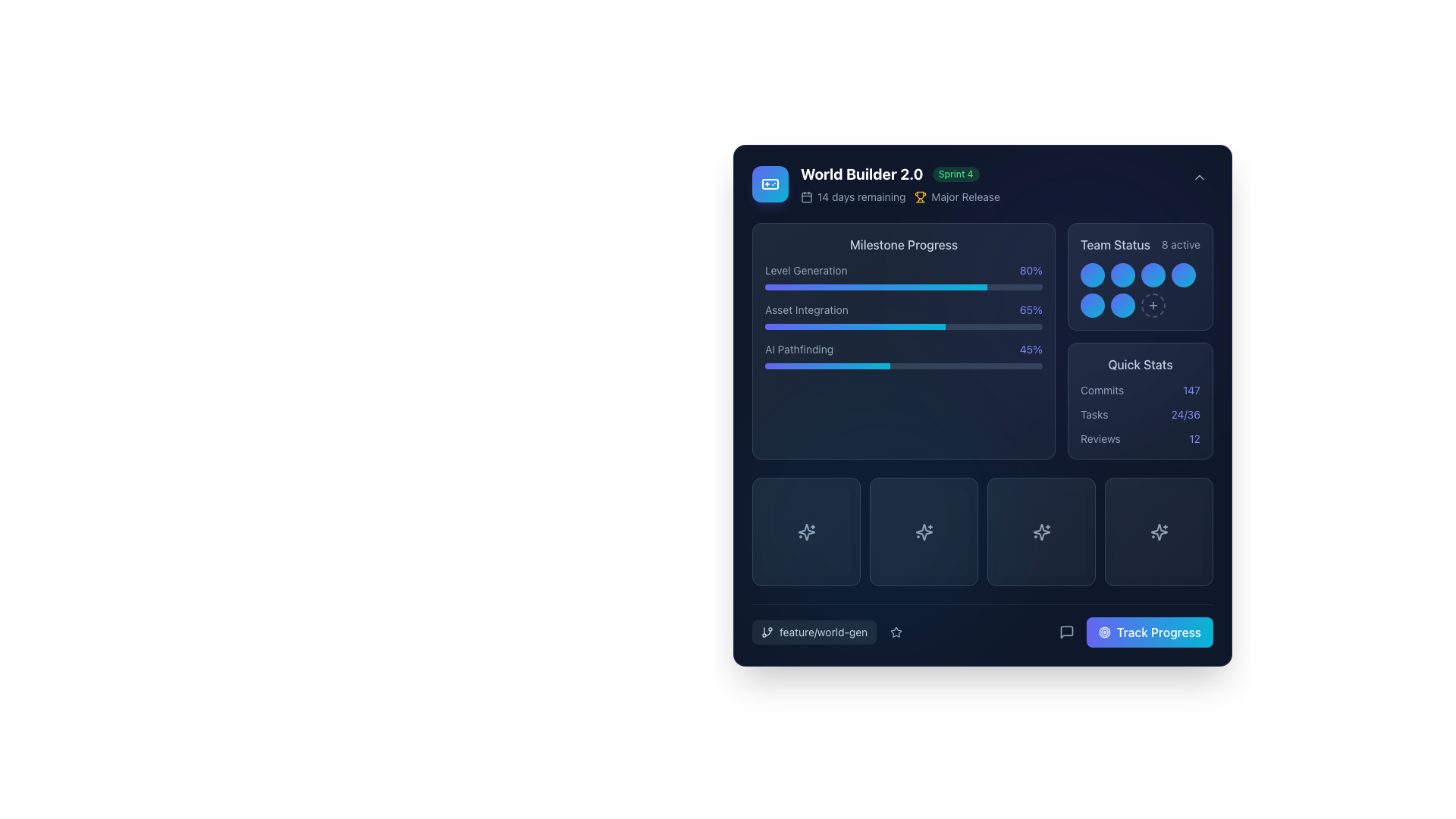 Image resolution: width=1456 pixels, height=819 pixels. I want to click on the decorative circle in the 'Team Status' section, which is the second circular button with a gradient background transitioning from indigo to cyan, so click(1123, 275).